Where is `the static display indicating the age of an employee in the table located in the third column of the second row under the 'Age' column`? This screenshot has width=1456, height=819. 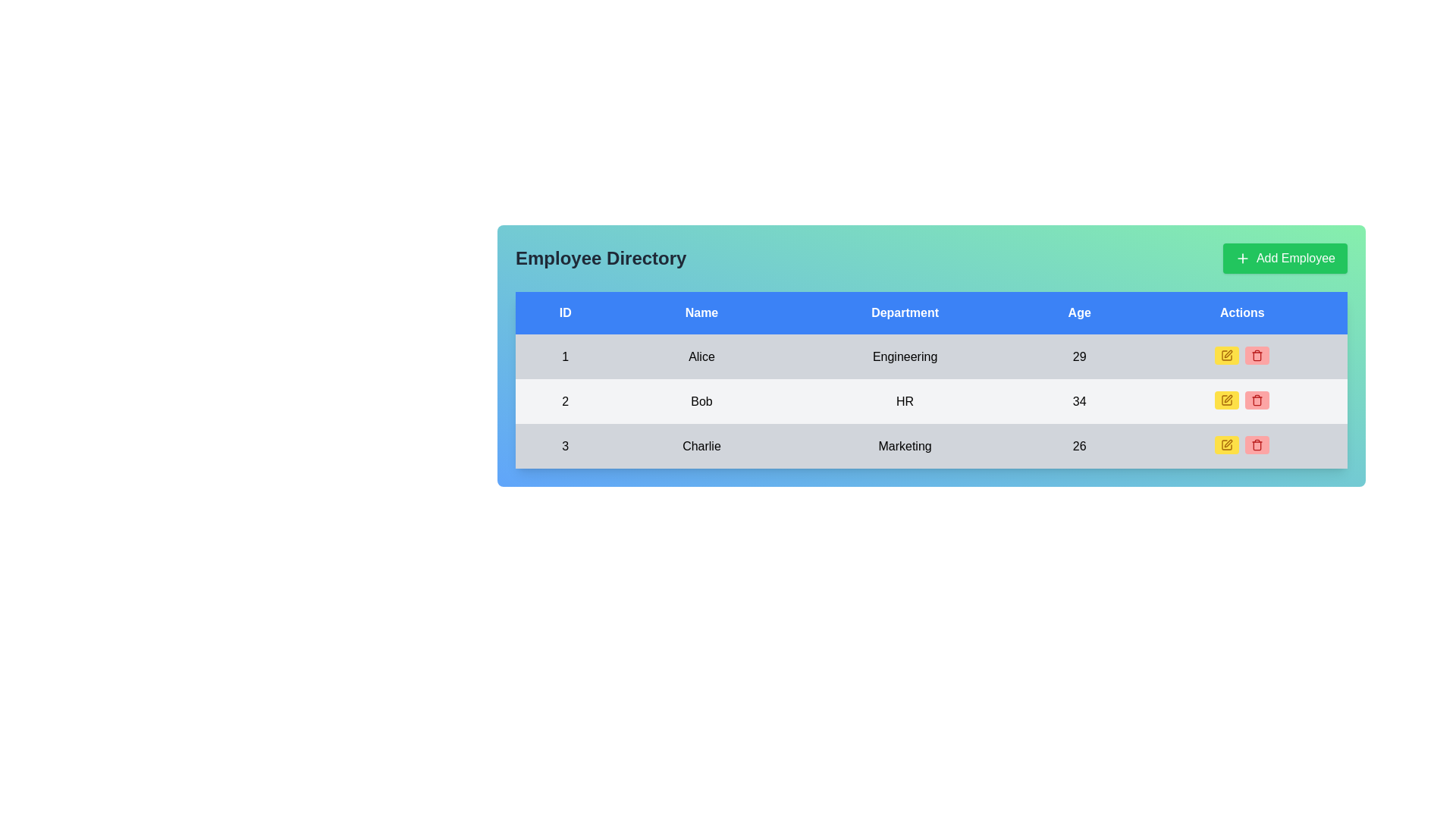
the static display indicating the age of an employee in the table located in the third column of the second row under the 'Age' column is located at coordinates (1078, 356).